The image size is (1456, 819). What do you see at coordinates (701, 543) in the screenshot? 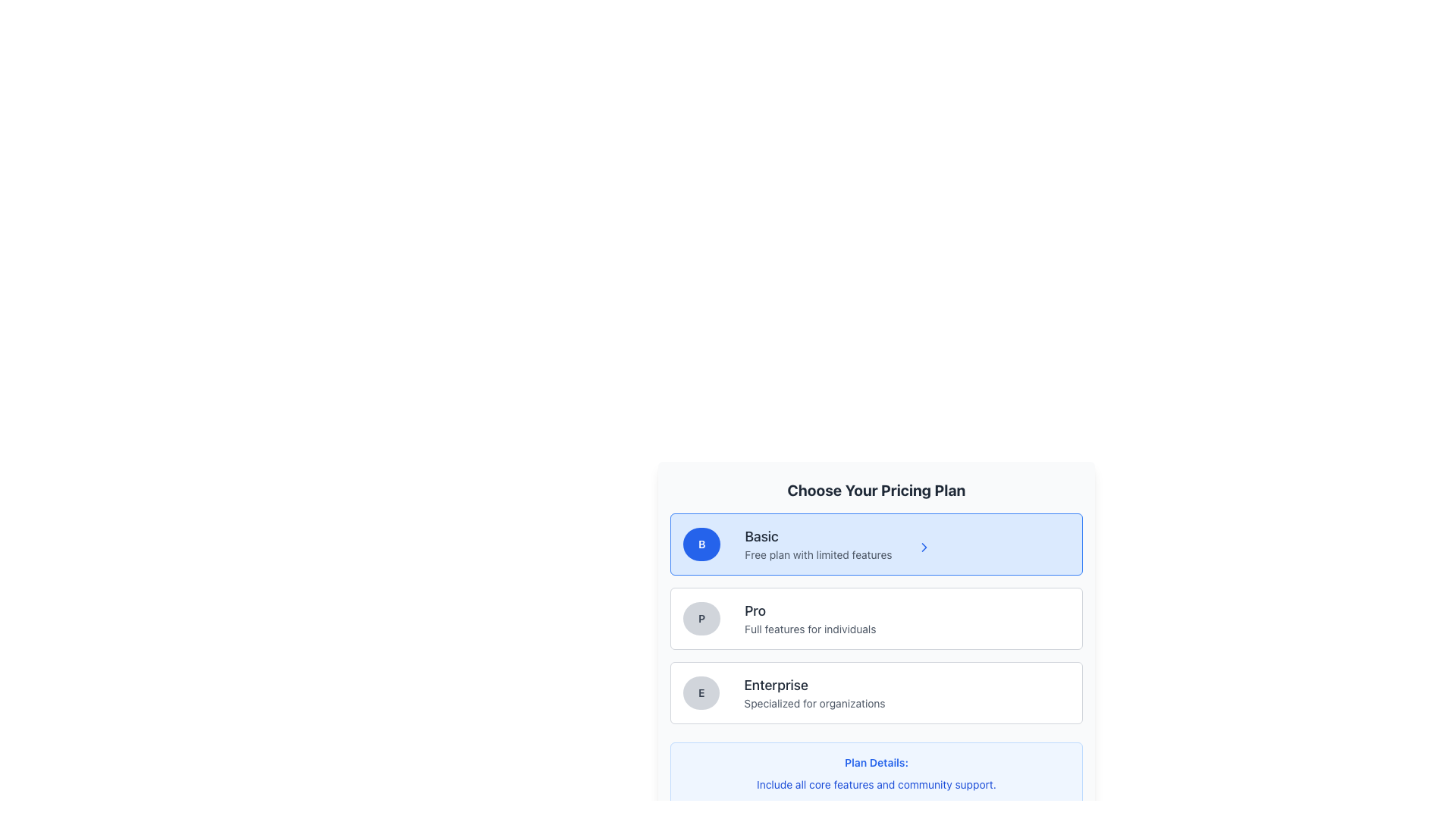
I see `the decorative Symbol/Badge representing the 'Basic' plan located at the top-left corner of the 'Basic' pricing plan option` at bounding box center [701, 543].